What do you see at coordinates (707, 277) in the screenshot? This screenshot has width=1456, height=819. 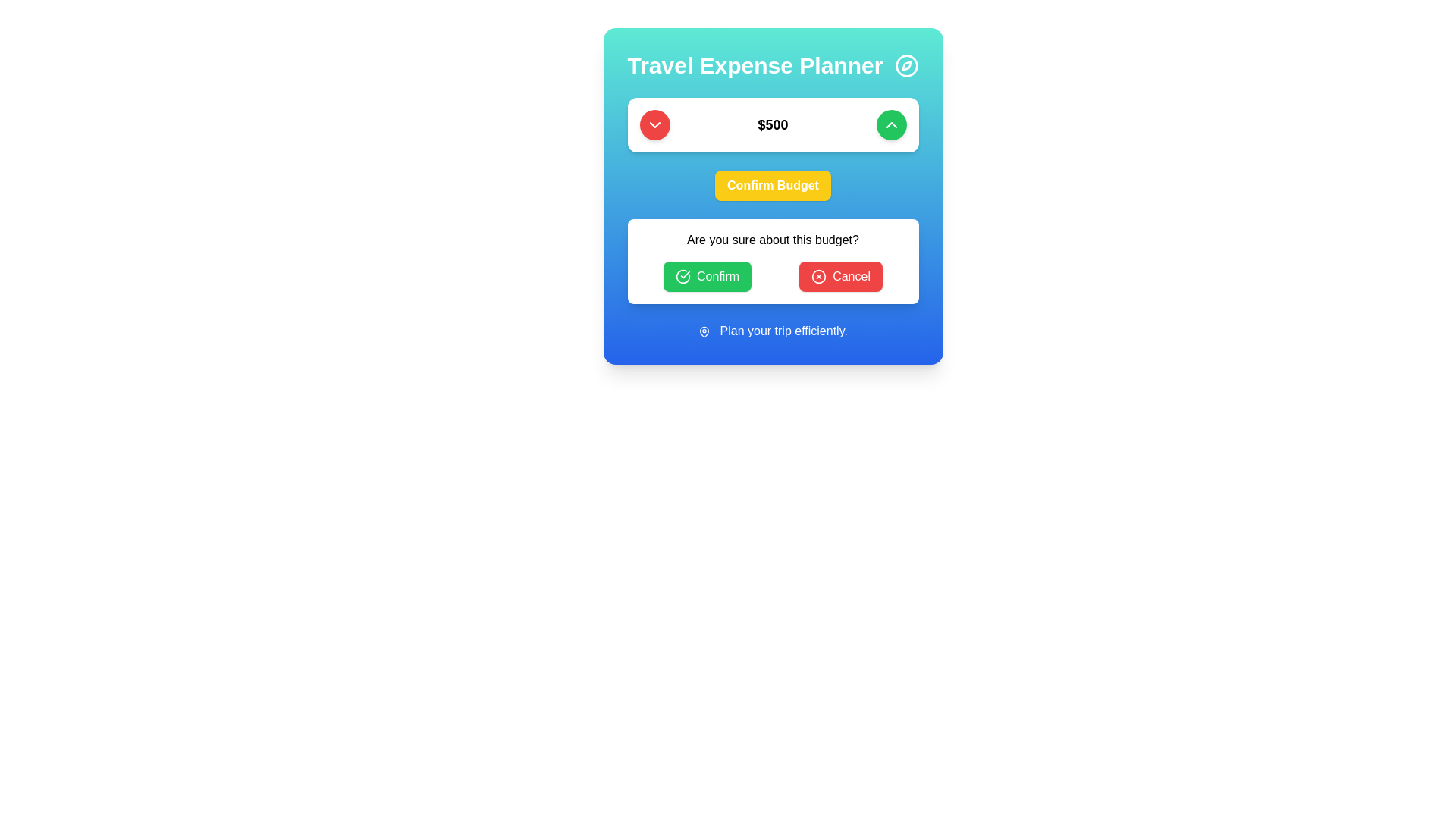 I see `the confirm button located in the lower portion of the interface within a card-like component, which is the first of two horizontally aligned buttons` at bounding box center [707, 277].